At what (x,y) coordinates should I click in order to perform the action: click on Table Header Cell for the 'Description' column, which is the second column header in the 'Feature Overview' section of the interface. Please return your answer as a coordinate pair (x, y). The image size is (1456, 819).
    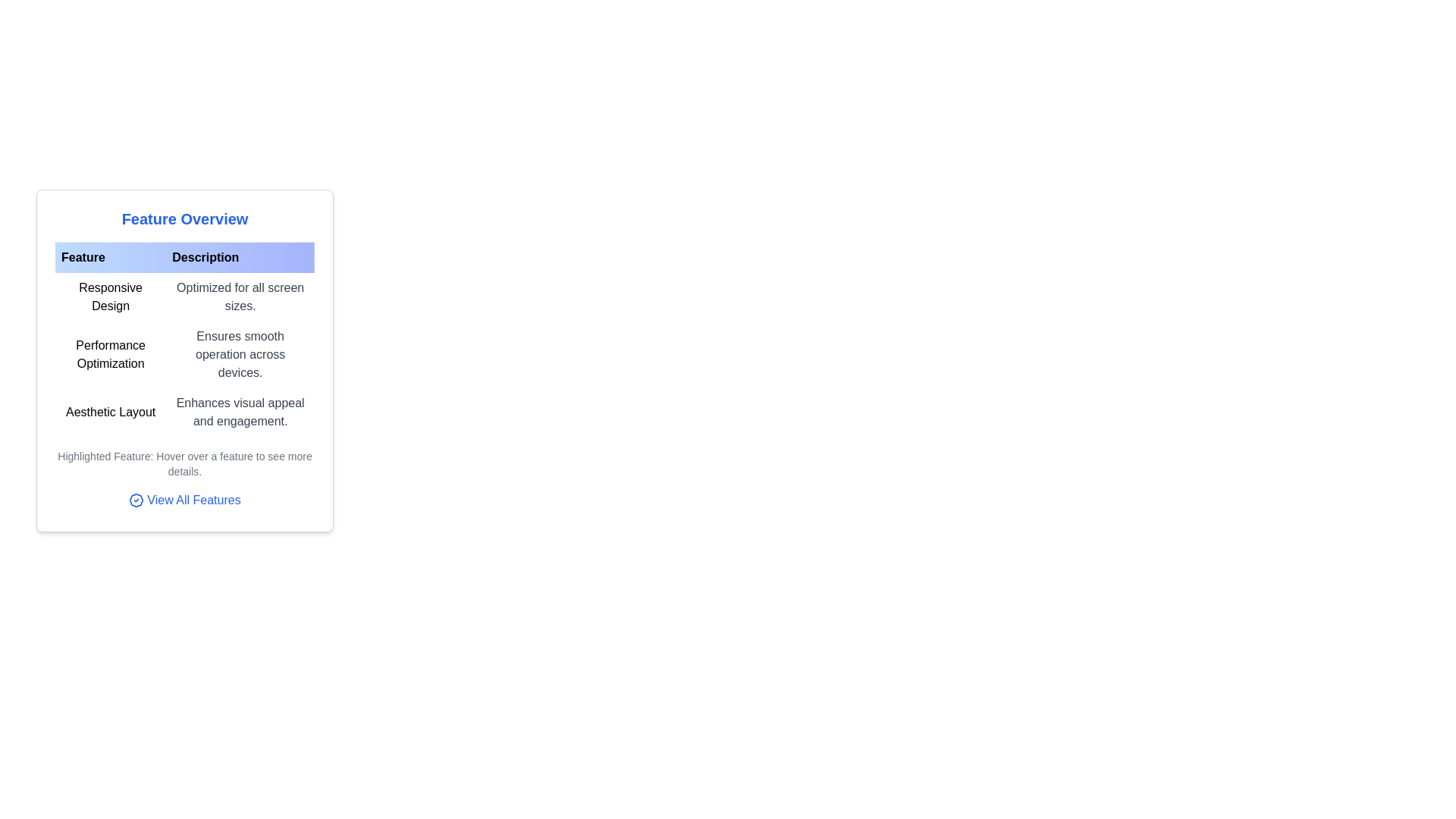
    Looking at the image, I should click on (240, 256).